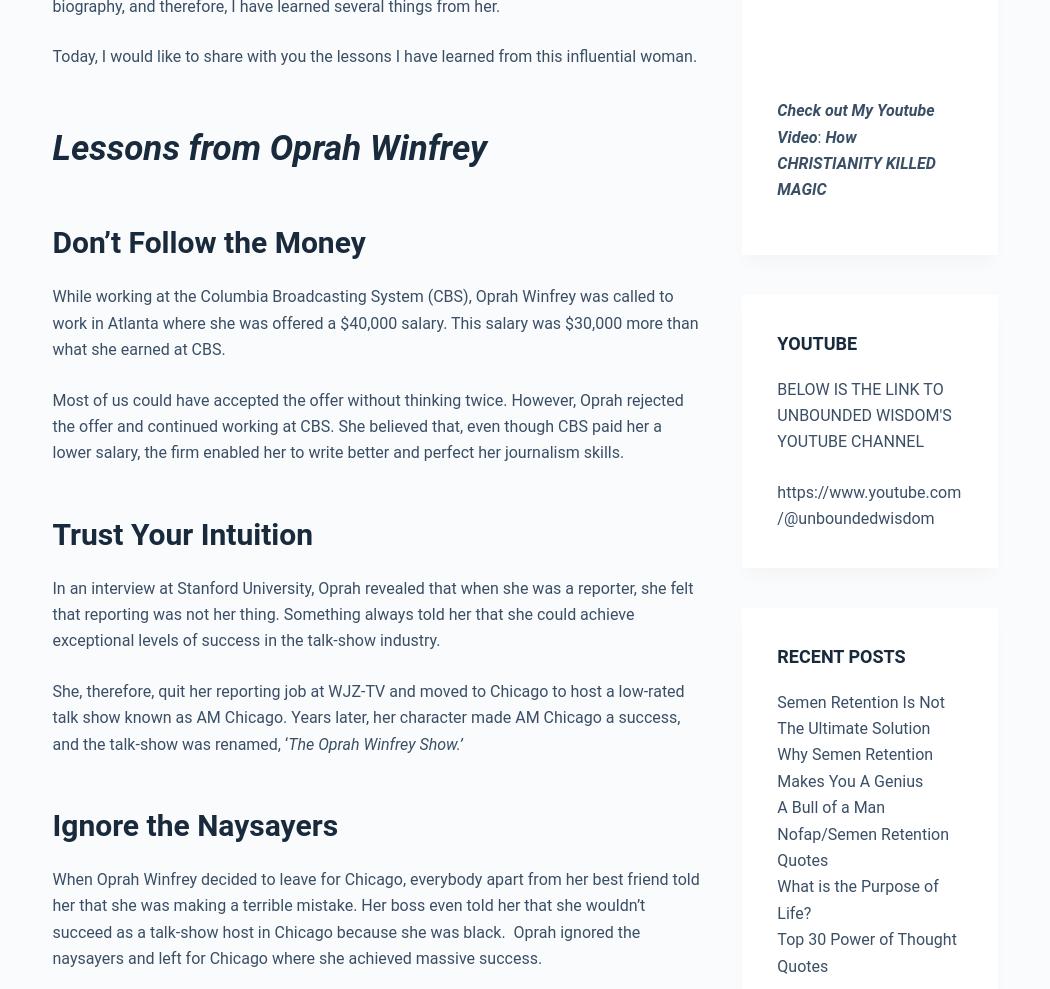 The width and height of the screenshot is (1050, 989). Describe the element at coordinates (702, 660) in the screenshot. I see `'The 5 Major Stages You Must Go Through When Chasing Your Dreams'` at that location.